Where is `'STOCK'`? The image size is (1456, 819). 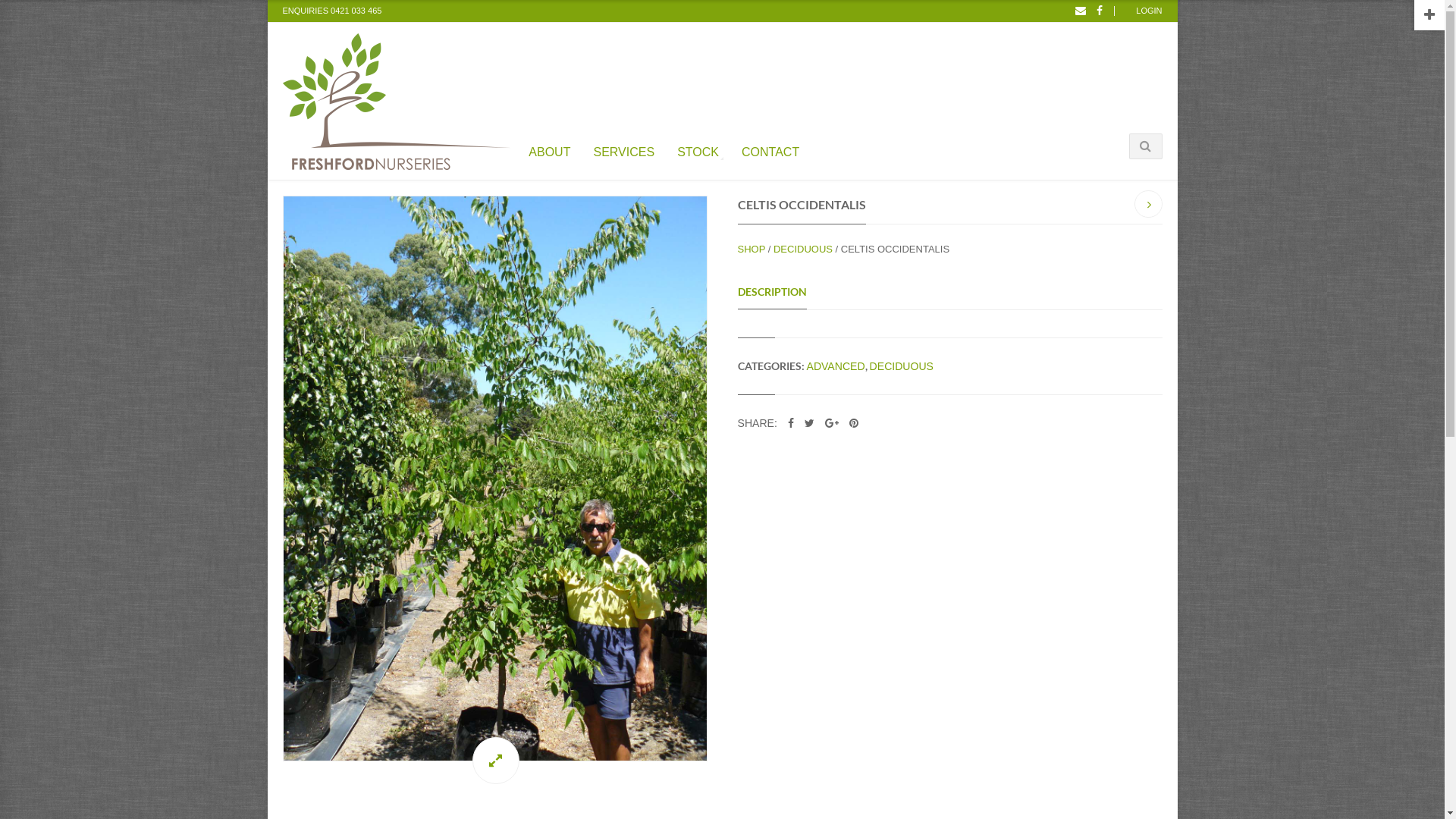
'STOCK' is located at coordinates (697, 149).